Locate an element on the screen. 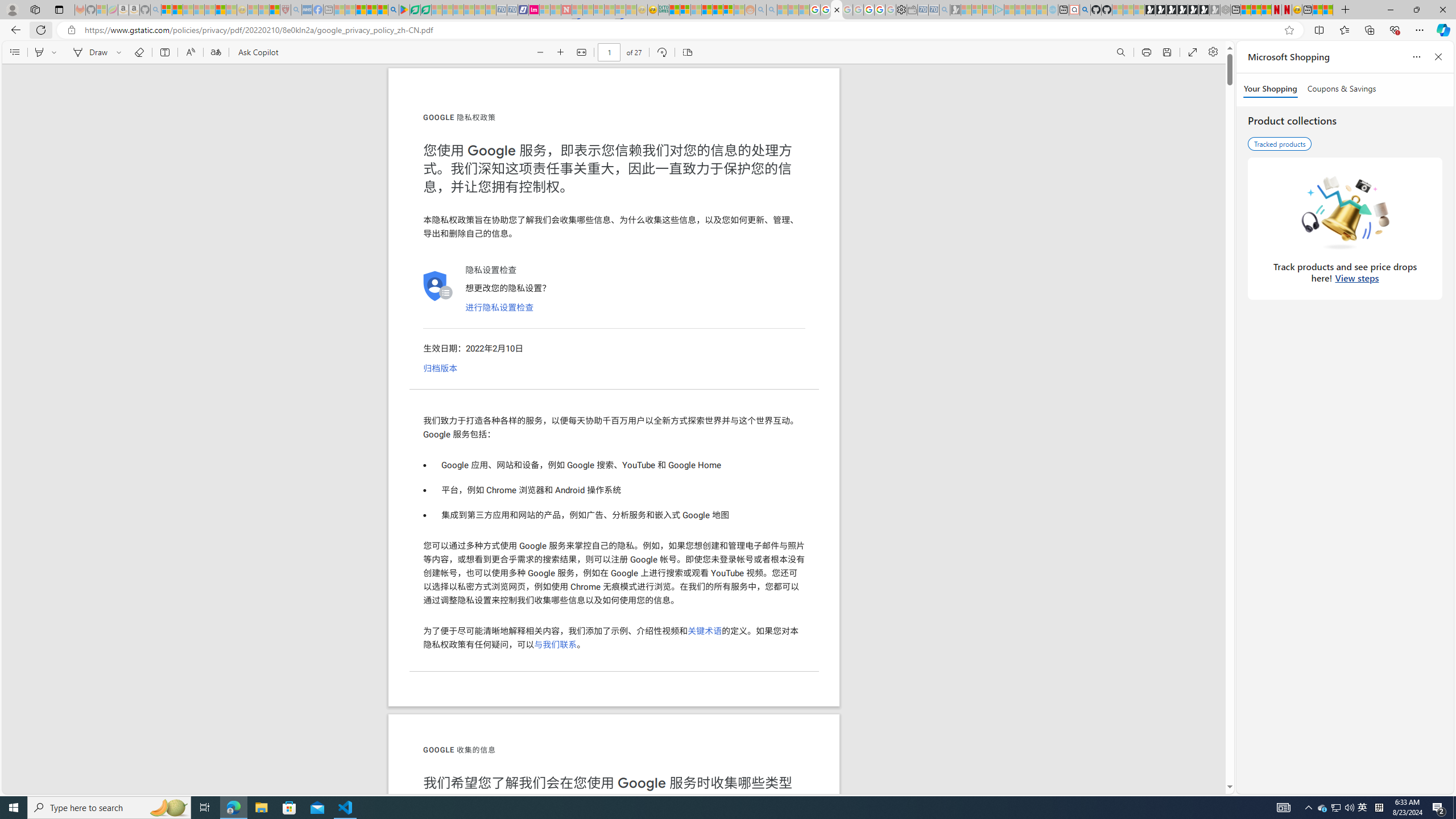 This screenshot has height=819, width=1456. 'Kinda Frugal - MSN' is located at coordinates (717, 9).